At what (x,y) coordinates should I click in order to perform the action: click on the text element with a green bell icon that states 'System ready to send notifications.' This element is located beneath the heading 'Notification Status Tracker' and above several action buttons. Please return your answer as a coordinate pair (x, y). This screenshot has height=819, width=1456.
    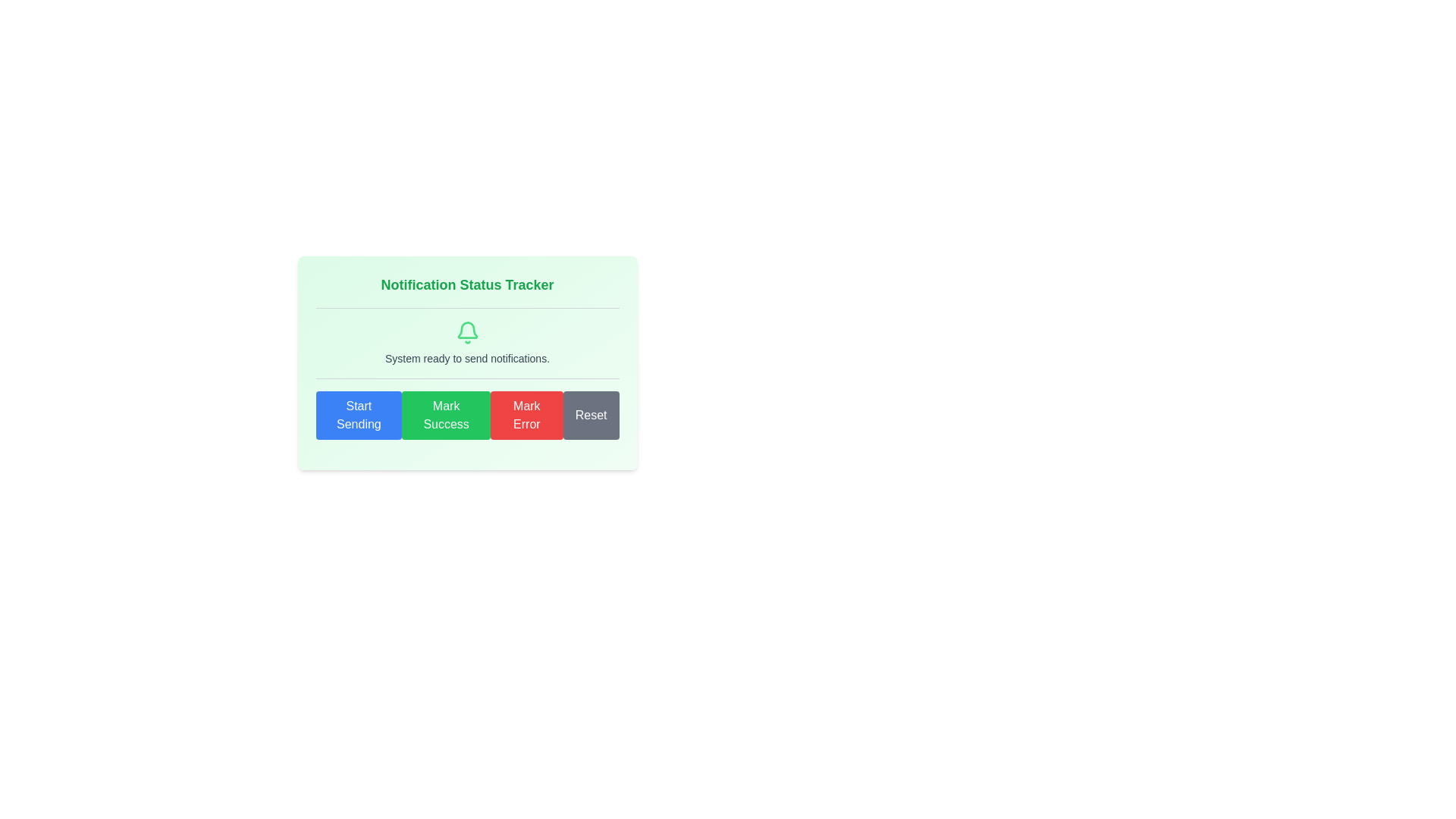
    Looking at the image, I should click on (466, 343).